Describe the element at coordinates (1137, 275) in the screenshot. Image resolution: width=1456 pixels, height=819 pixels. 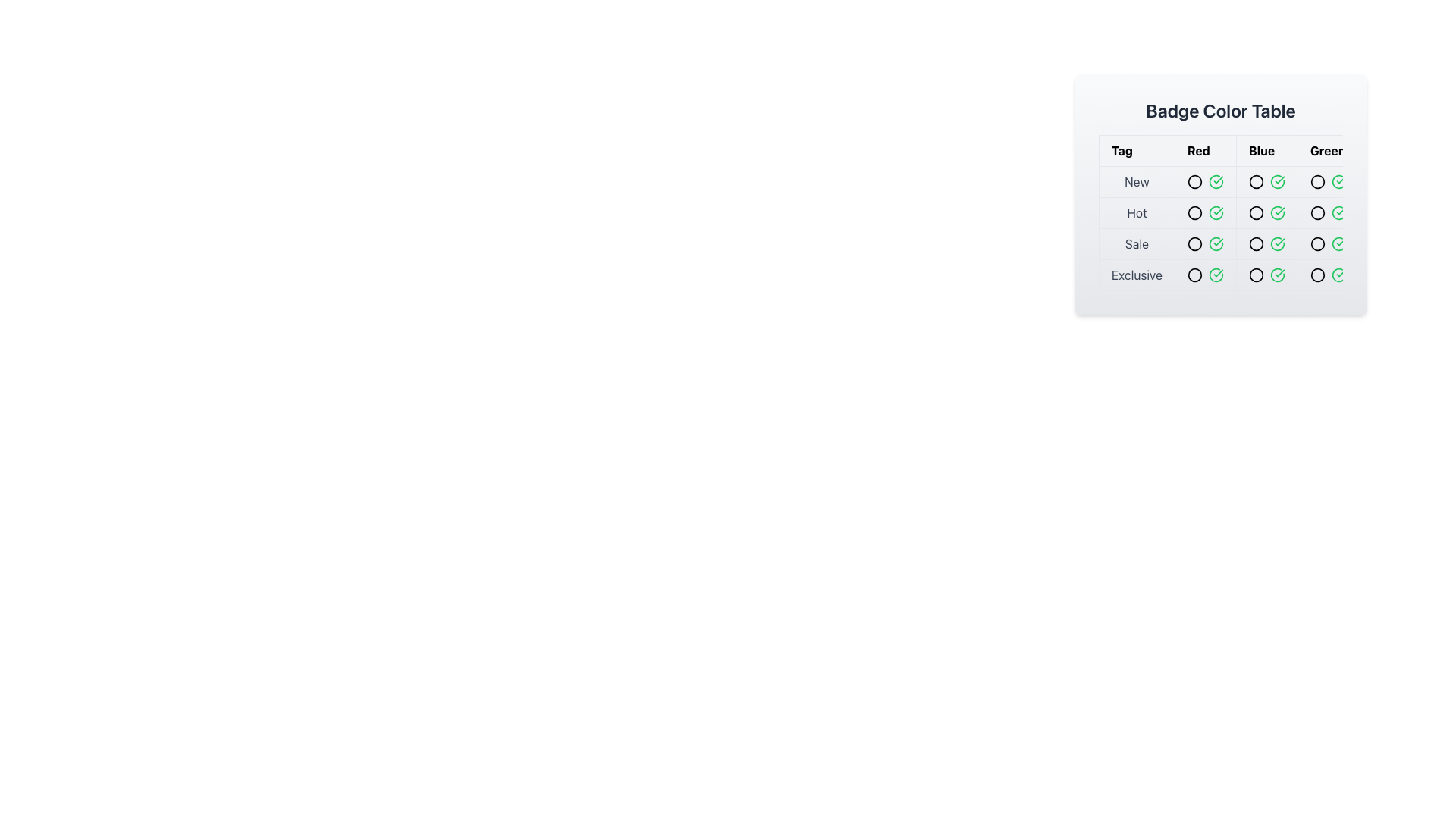
I see `the text label displaying 'Exclusive' located in the fourth row under the 'Tag' column of the table` at that location.